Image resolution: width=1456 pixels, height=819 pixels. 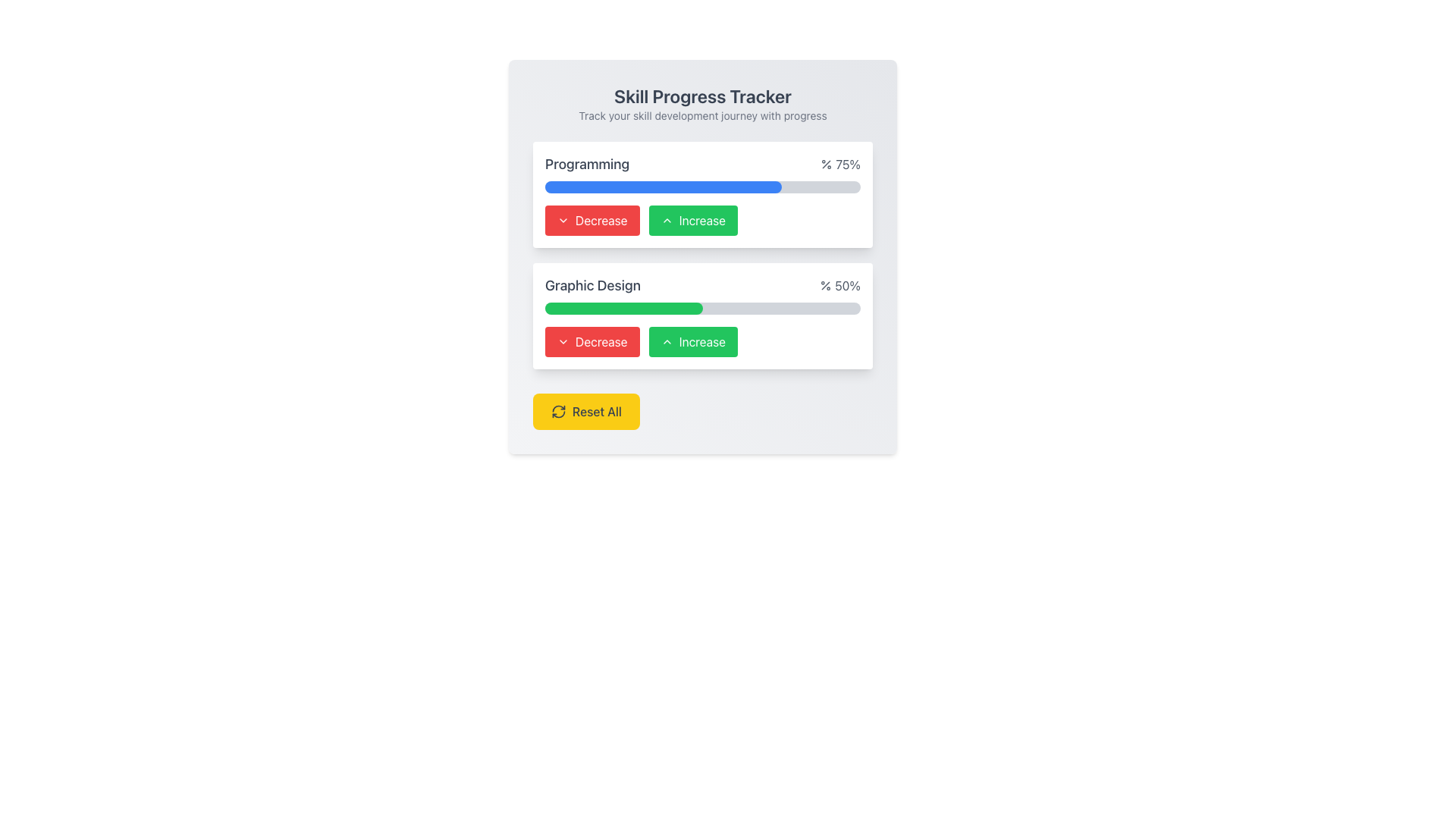 I want to click on the small upward-facing chevron icon with a green background and white stroke lines located within the 'Increase' button at the bottom-right of the 'Graphic Design' skill section, so click(x=667, y=342).